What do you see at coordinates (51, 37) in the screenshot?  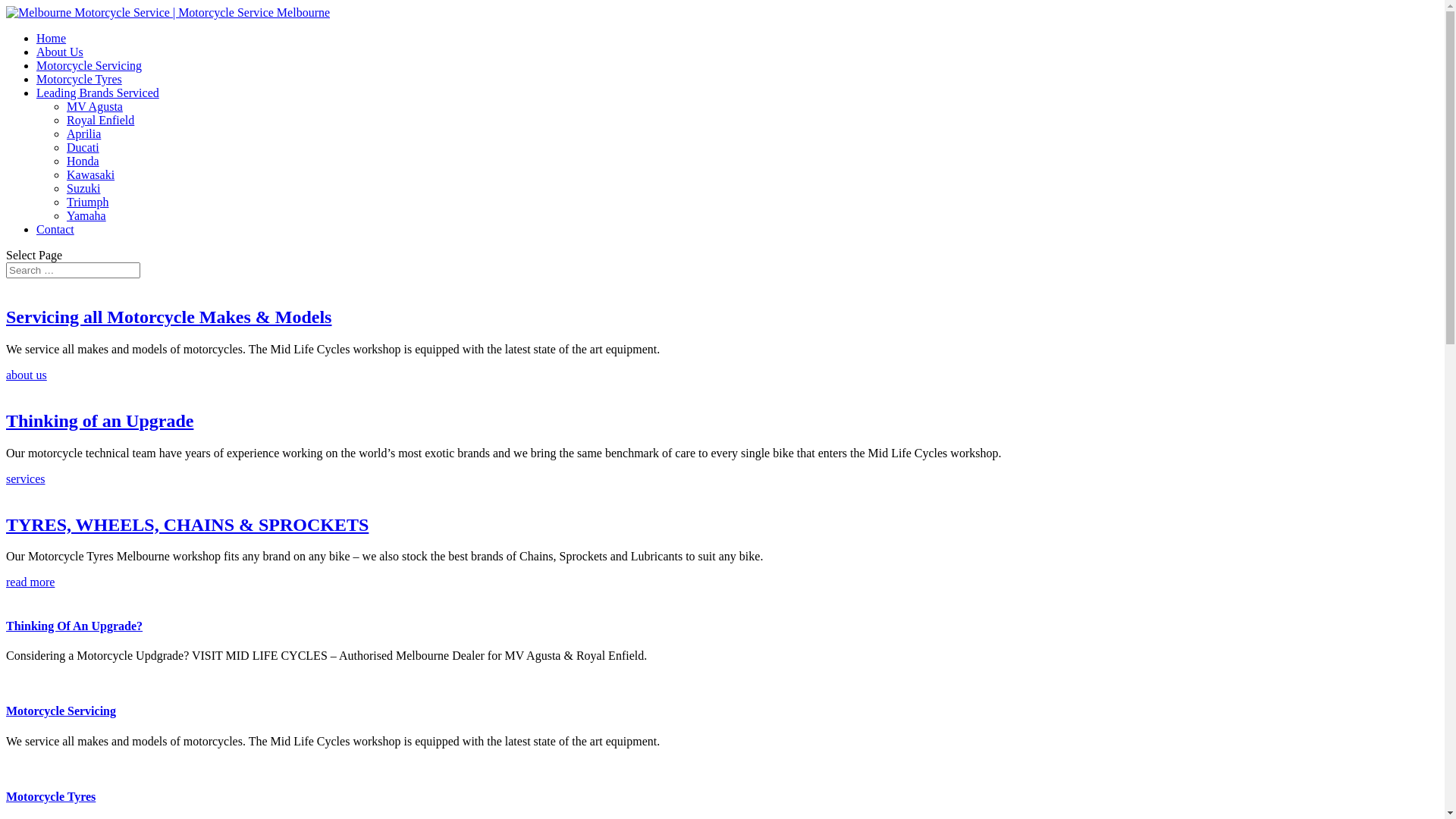 I see `'Home'` at bounding box center [51, 37].